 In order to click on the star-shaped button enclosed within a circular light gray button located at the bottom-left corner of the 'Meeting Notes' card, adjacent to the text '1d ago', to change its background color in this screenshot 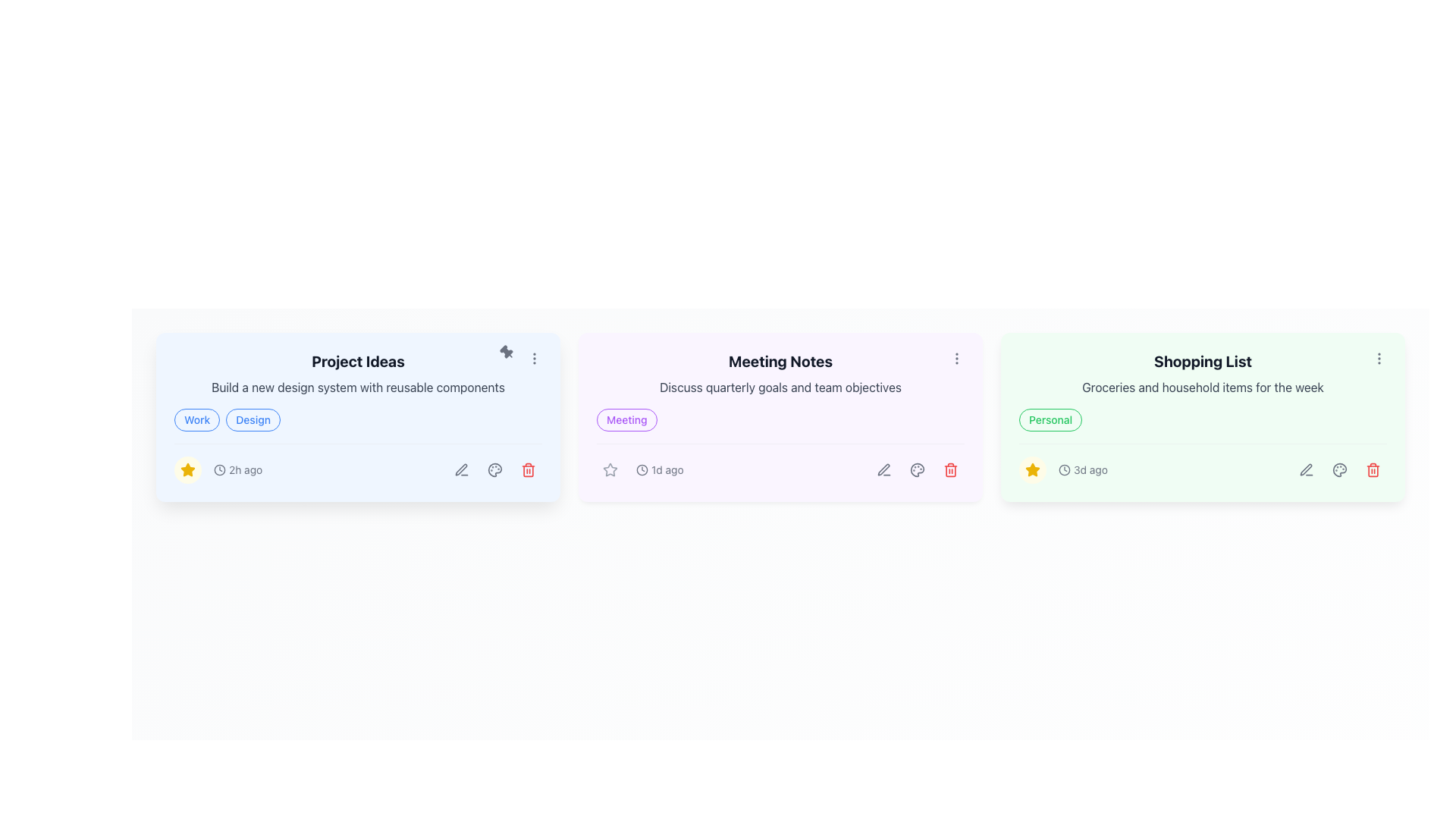, I will do `click(610, 469)`.